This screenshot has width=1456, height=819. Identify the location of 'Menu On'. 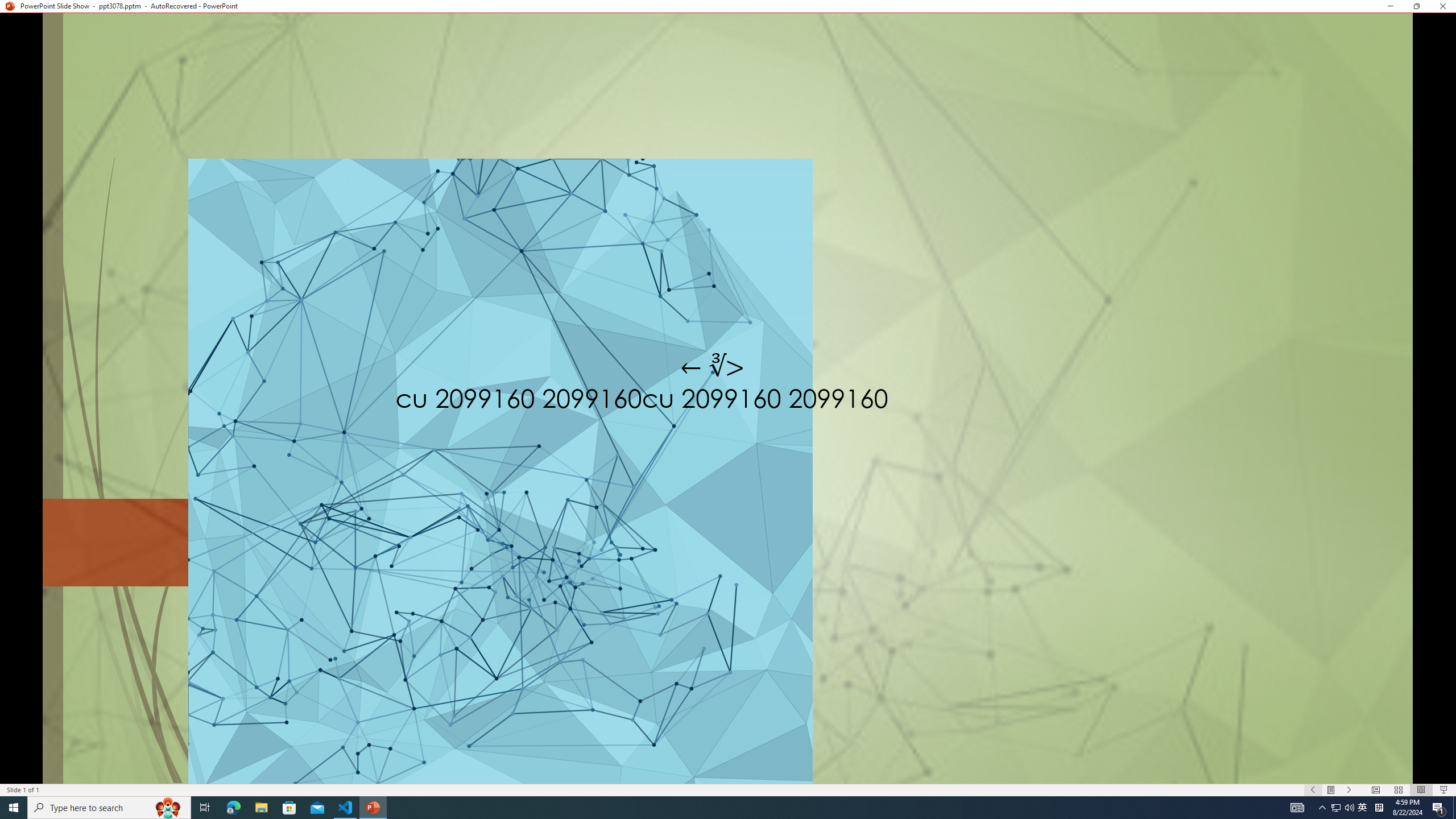
(1331, 790).